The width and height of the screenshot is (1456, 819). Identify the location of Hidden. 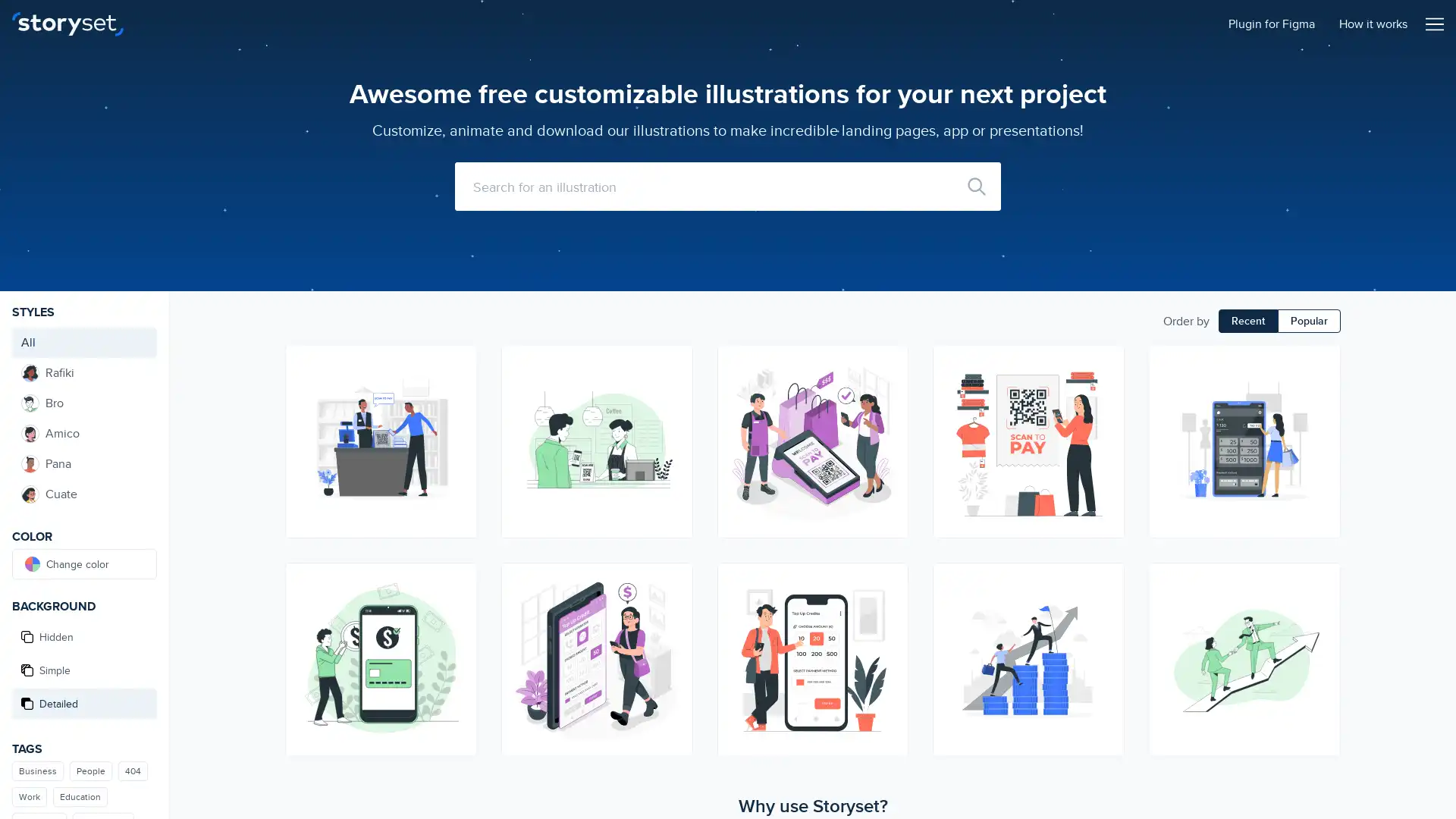
(83, 637).